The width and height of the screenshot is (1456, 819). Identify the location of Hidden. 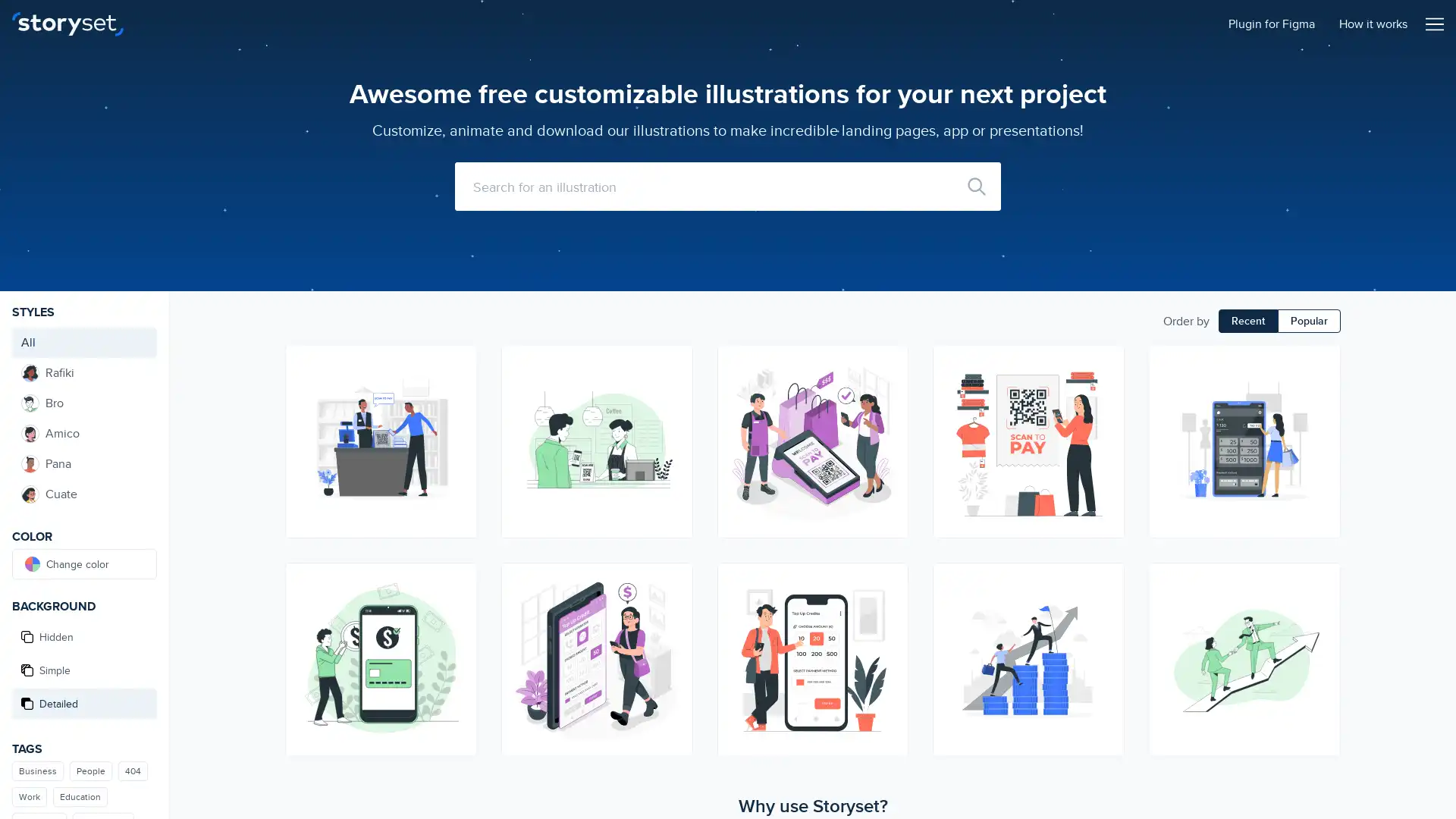
(83, 637).